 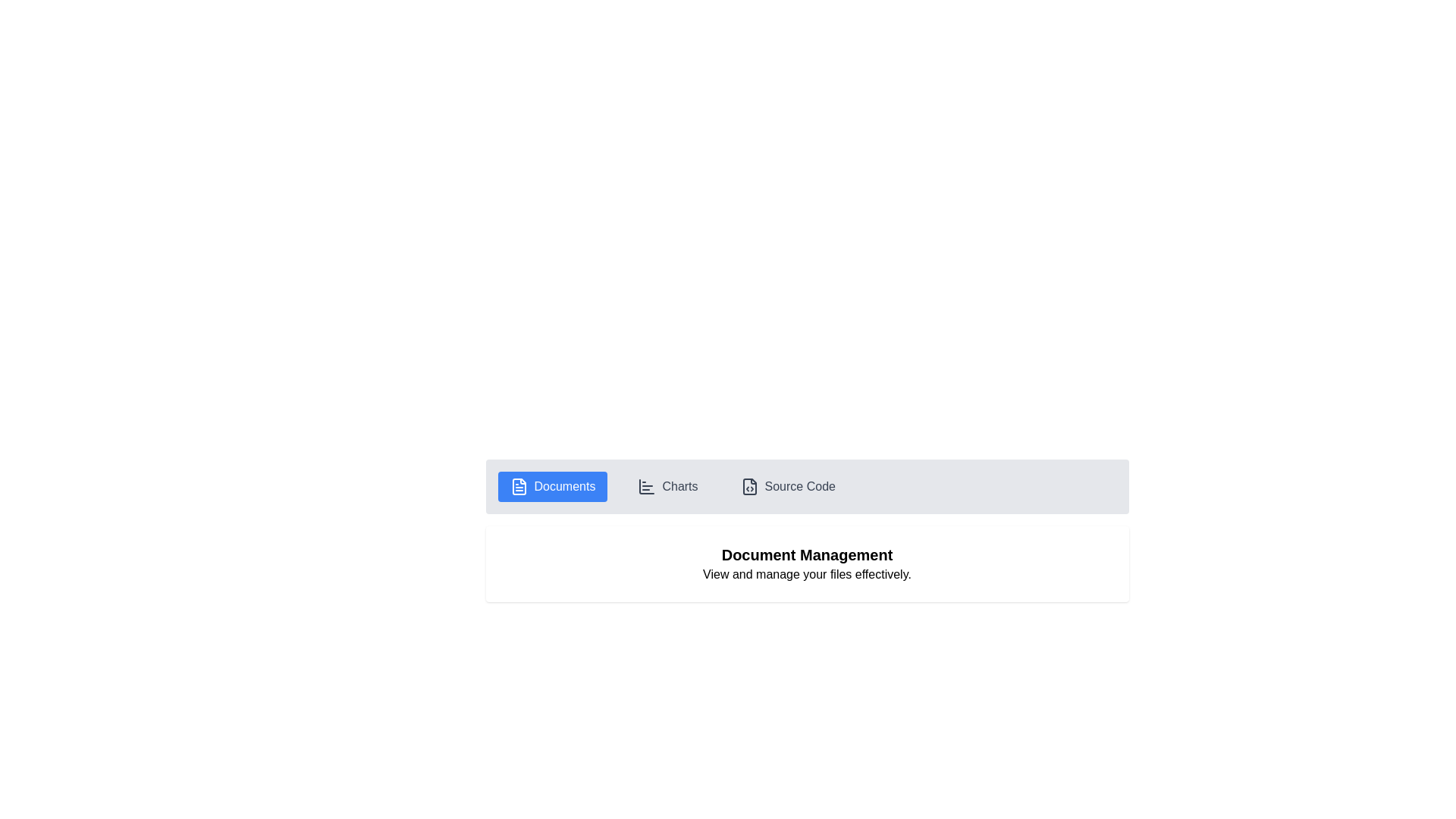 I want to click on the 'Source Code' button, which is a rounded gray button with a document icon and code symbol, positioned as the third button in a horizontal navigation row, so click(x=788, y=486).